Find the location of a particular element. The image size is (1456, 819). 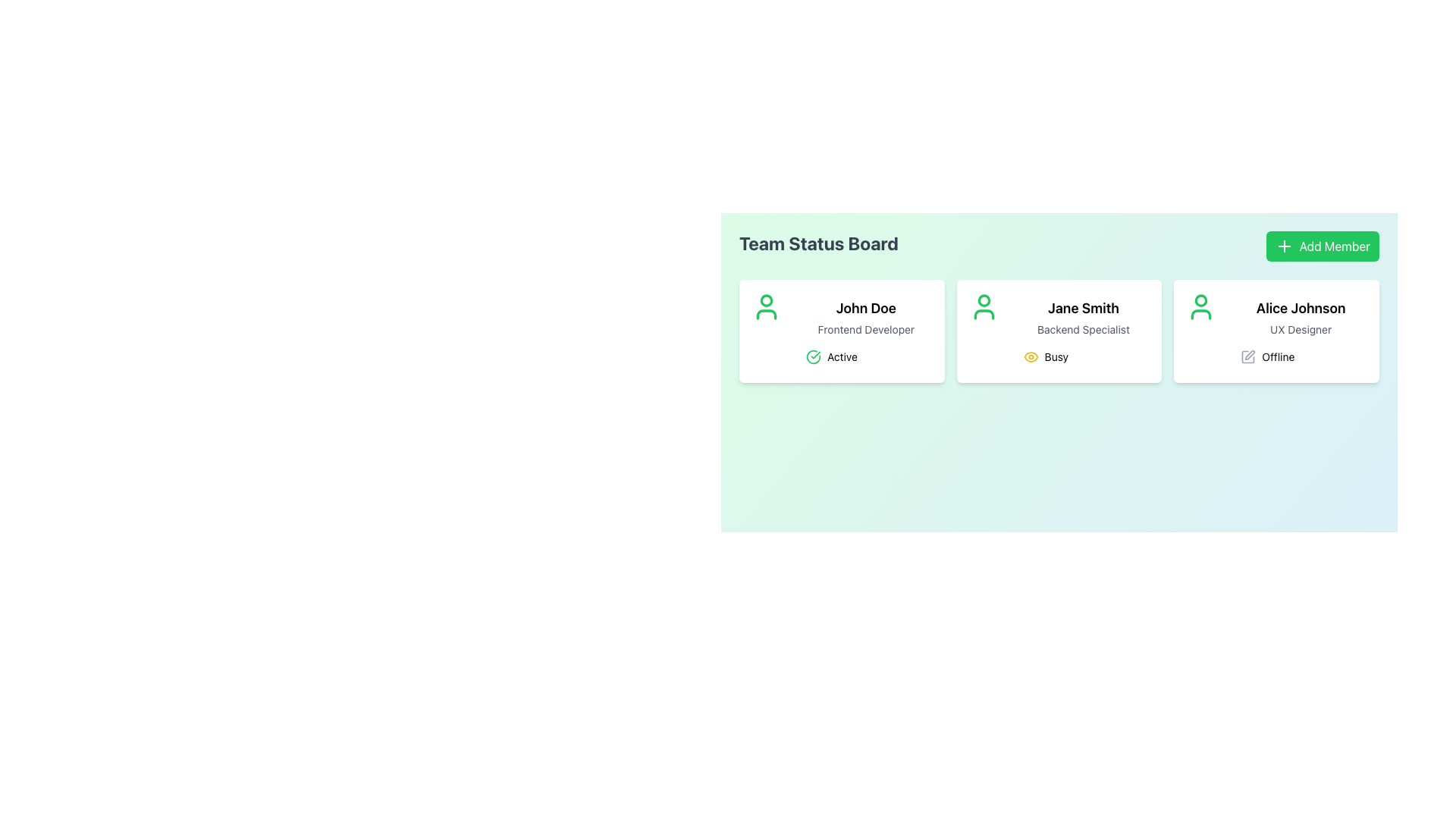

the user icon representing 'John Doe' located in the top-left corner of the card in the 'Team Status Board' is located at coordinates (767, 307).